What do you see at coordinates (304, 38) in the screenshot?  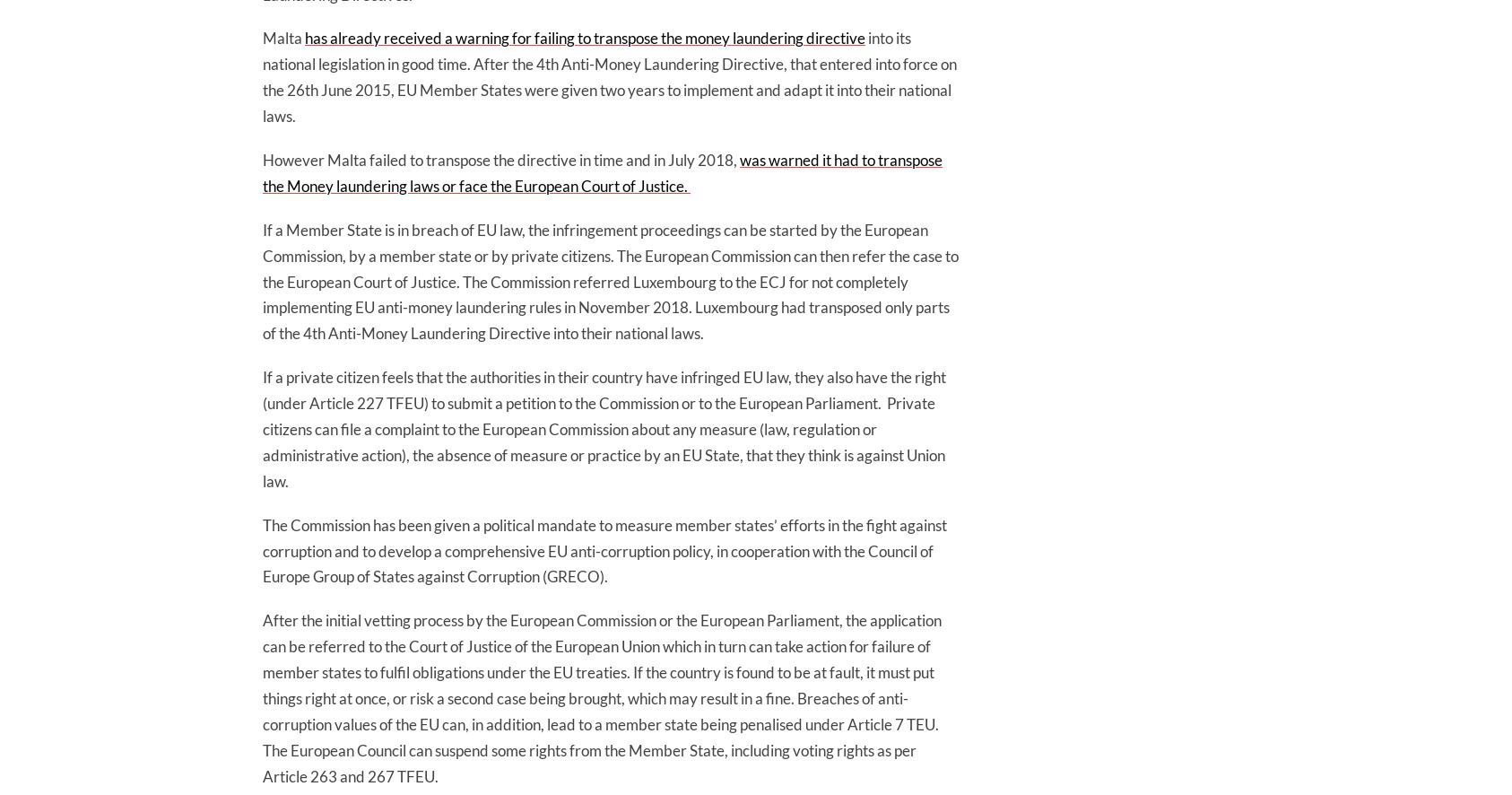 I see `'has already received a warning for failing to transpose the money laundering directive'` at bounding box center [304, 38].